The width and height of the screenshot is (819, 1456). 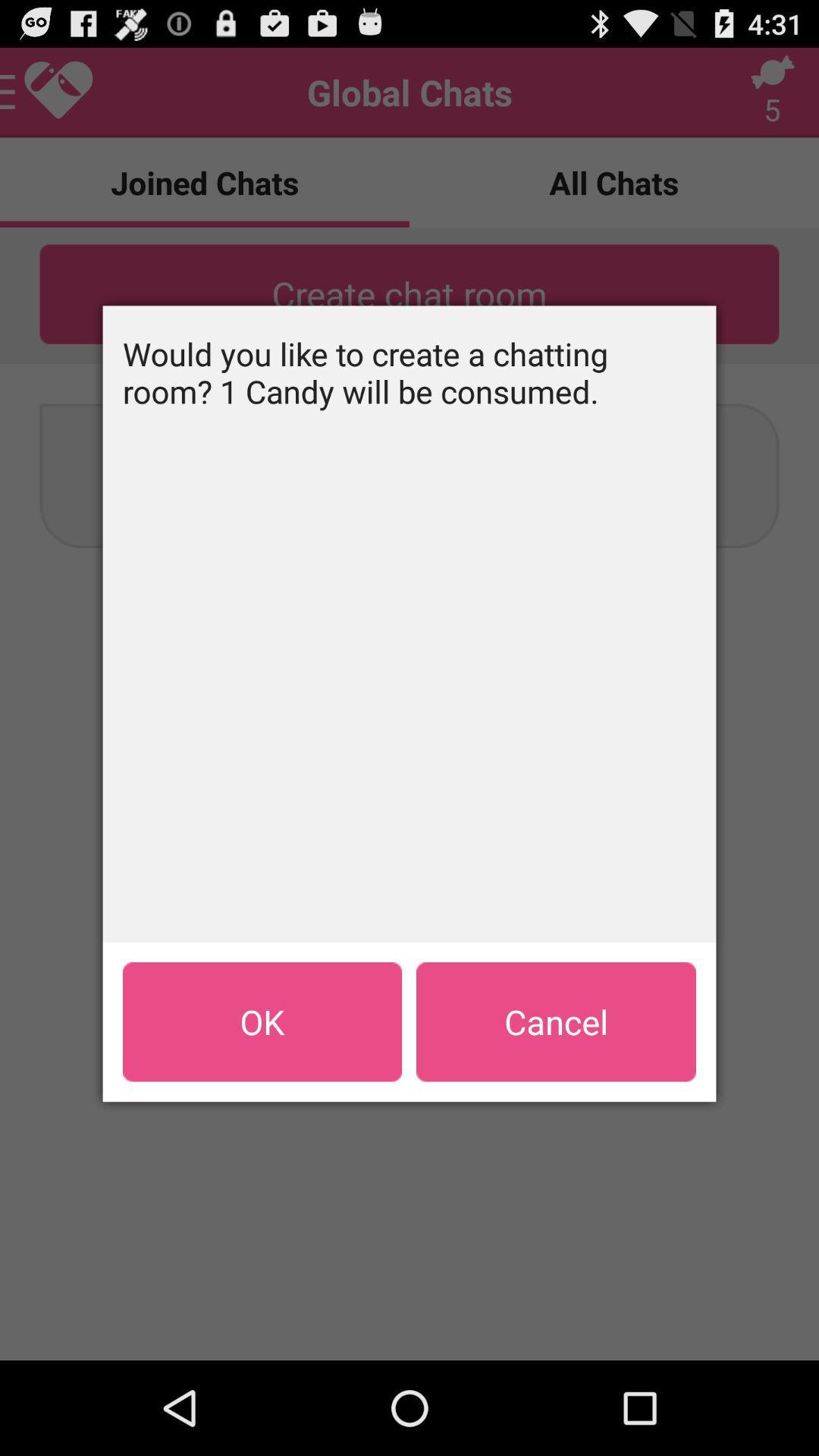 What do you see at coordinates (262, 1021) in the screenshot?
I see `item at the bottom left corner` at bounding box center [262, 1021].